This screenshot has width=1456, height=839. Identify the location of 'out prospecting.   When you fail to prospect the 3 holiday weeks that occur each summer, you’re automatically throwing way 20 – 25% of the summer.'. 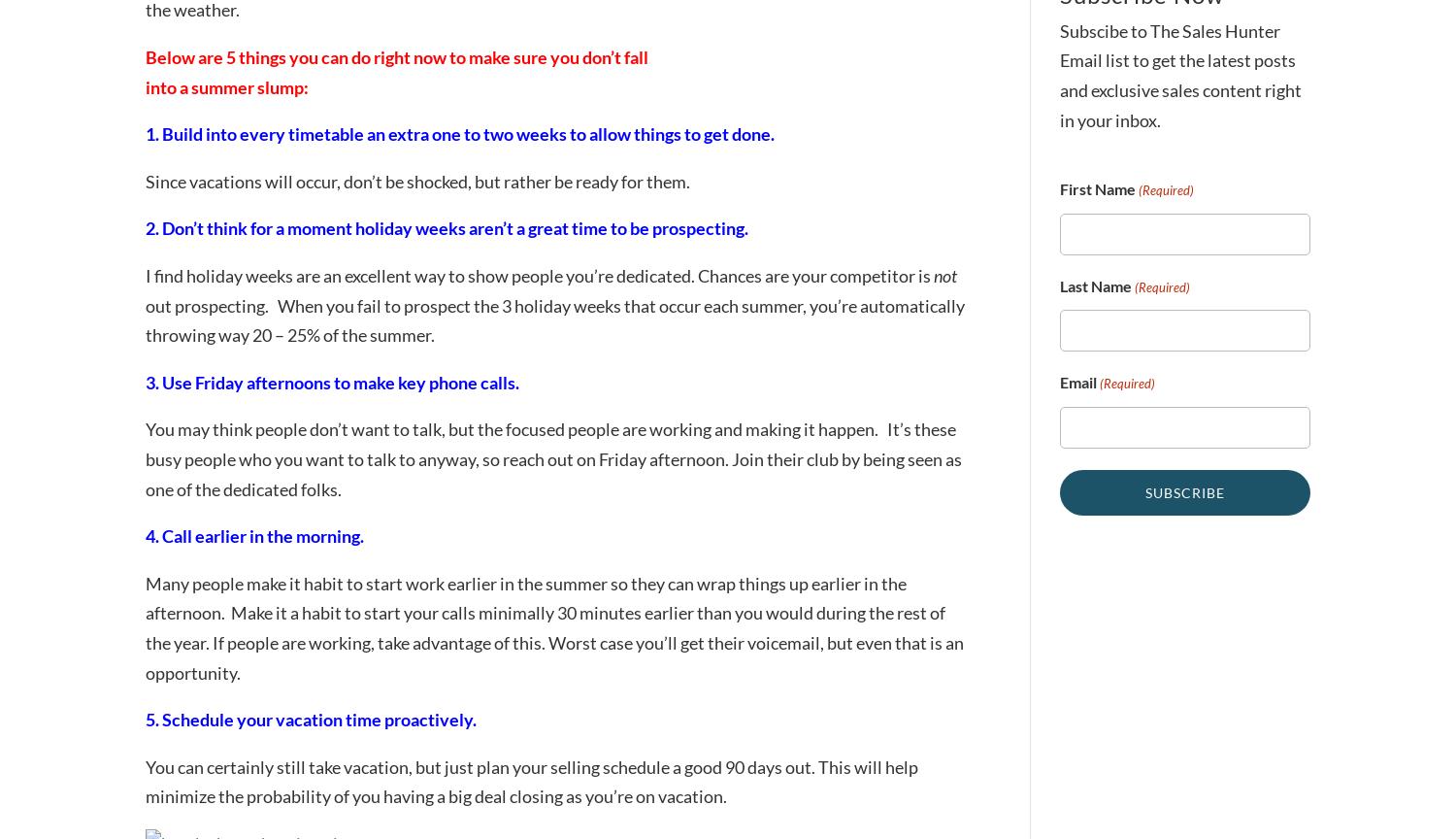
(146, 319).